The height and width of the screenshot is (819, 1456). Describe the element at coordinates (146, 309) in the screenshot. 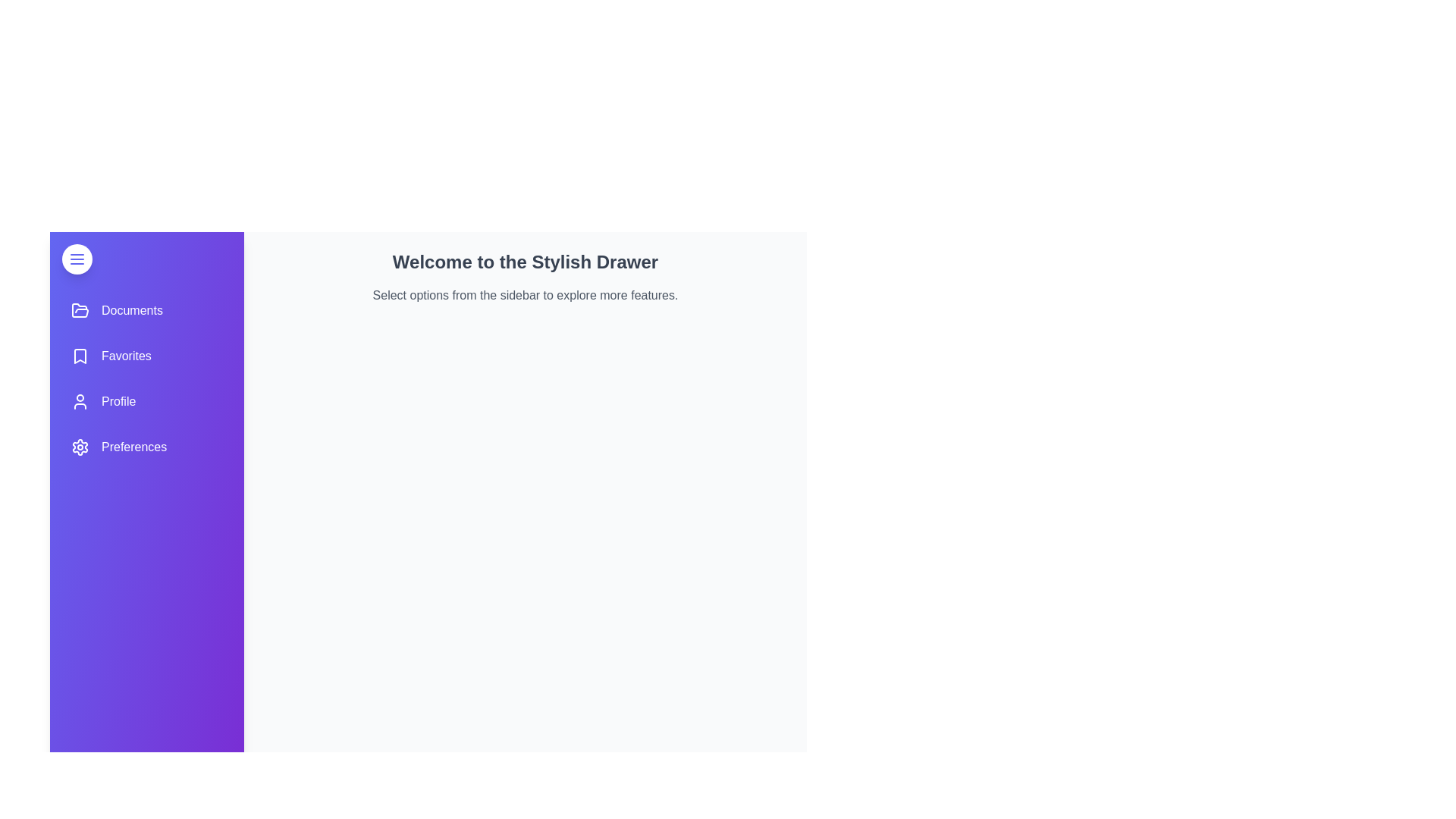

I see `the menu item Documents to observe its hover effect` at that location.